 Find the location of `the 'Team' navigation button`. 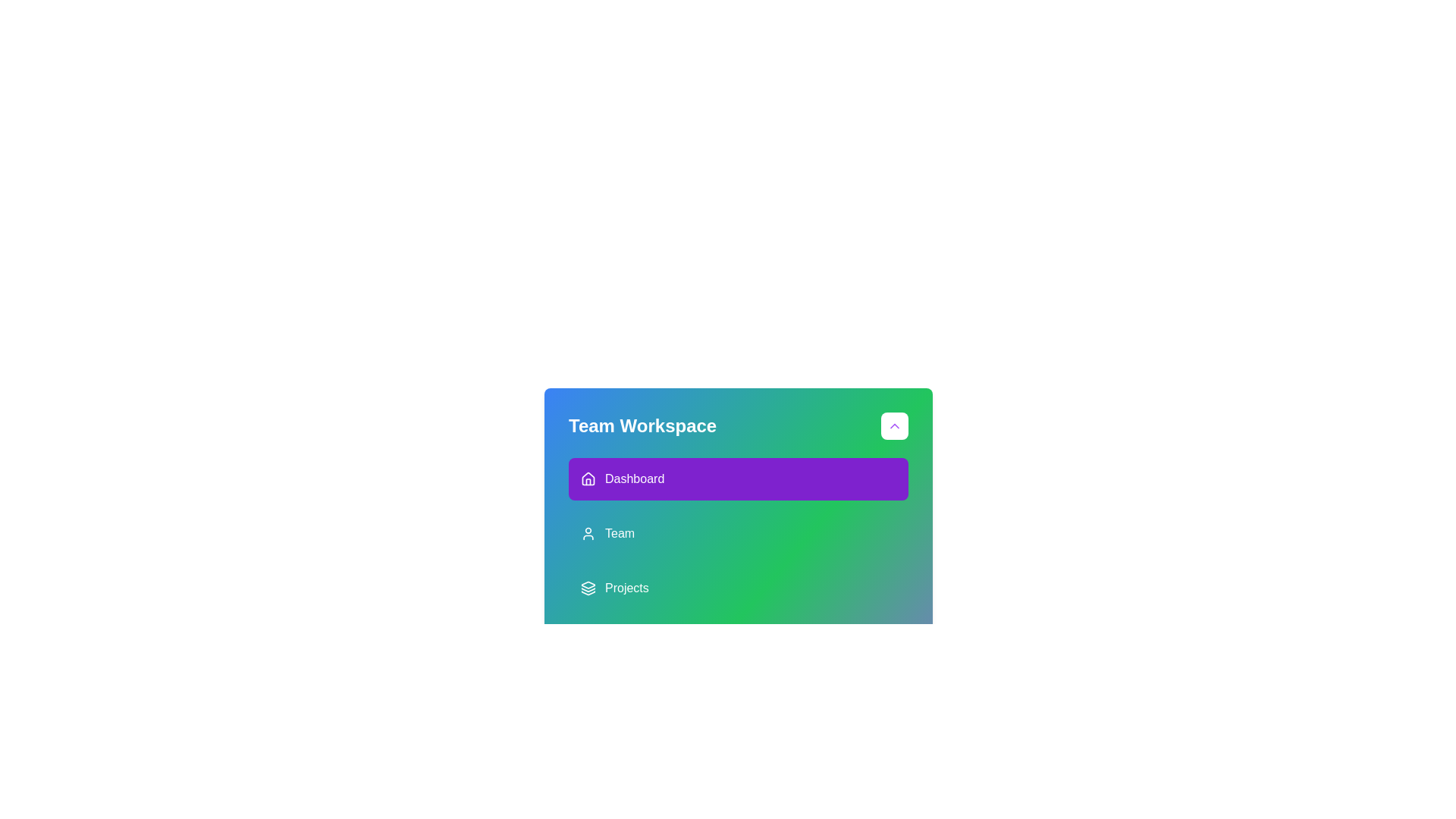

the 'Team' navigation button is located at coordinates (739, 533).